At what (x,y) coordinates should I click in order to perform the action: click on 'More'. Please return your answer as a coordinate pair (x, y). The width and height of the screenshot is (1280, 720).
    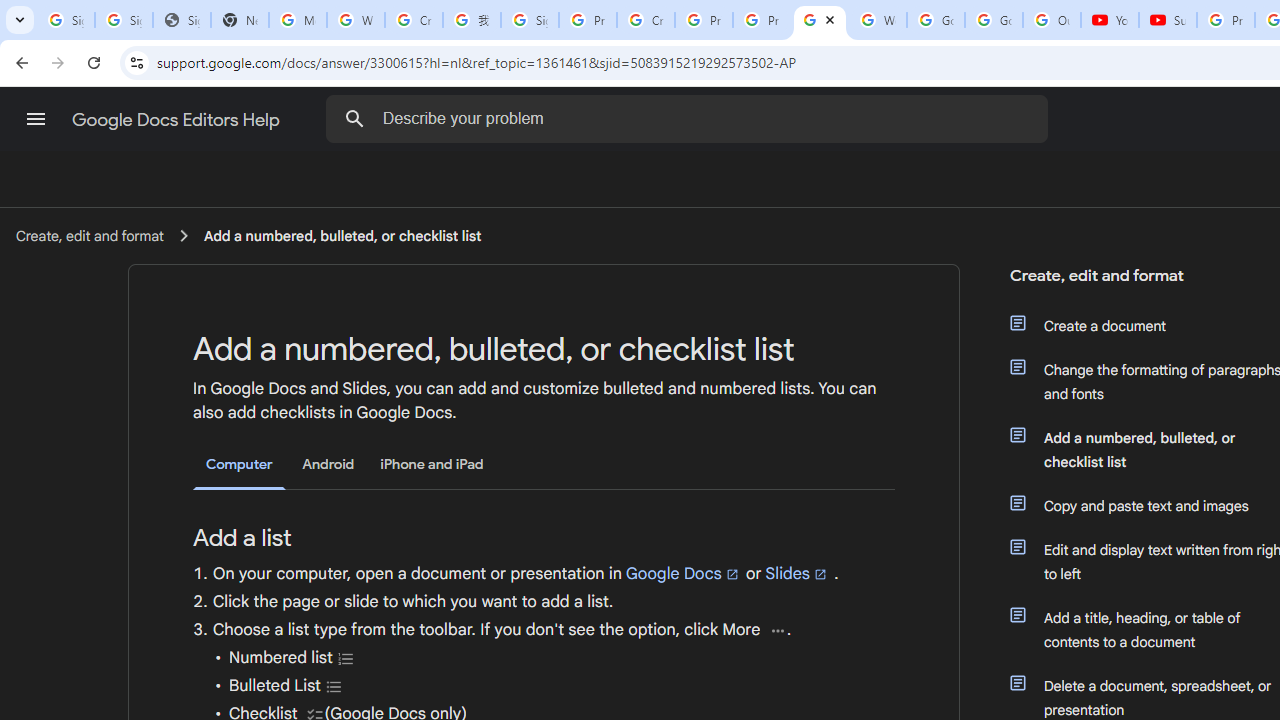
    Looking at the image, I should click on (776, 630).